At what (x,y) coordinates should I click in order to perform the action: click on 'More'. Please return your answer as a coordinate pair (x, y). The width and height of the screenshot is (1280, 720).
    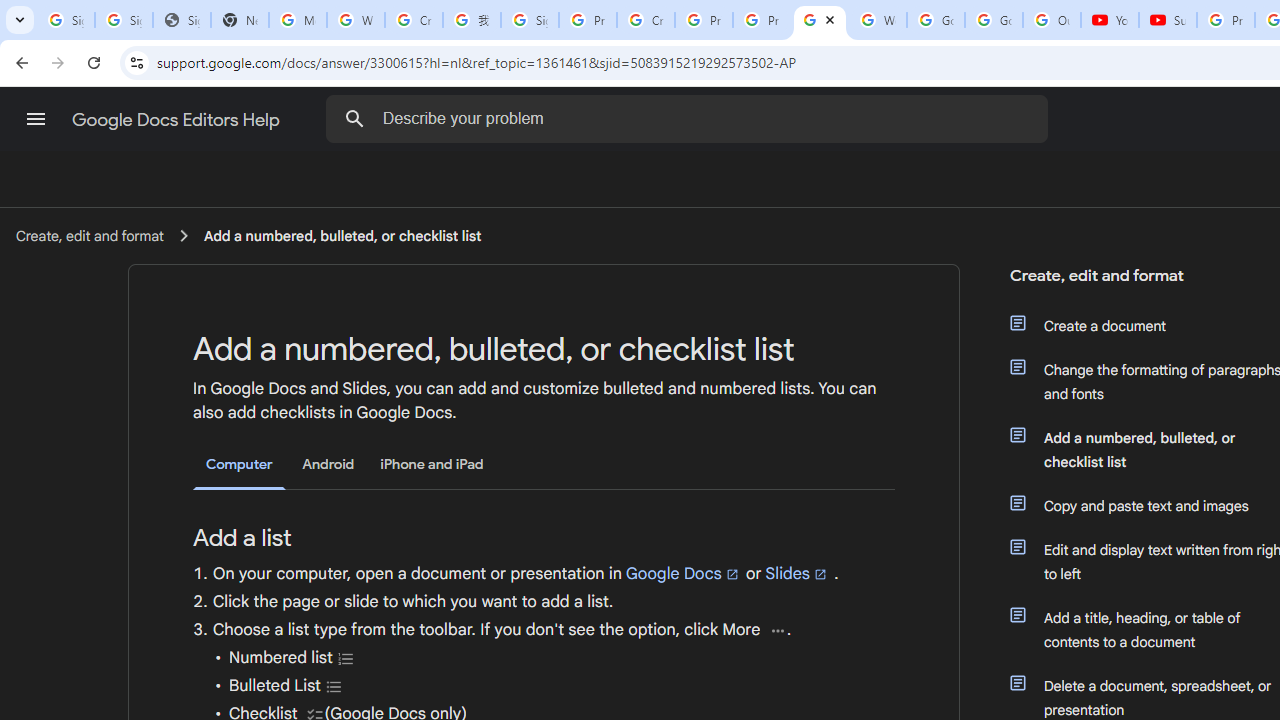
    Looking at the image, I should click on (776, 630).